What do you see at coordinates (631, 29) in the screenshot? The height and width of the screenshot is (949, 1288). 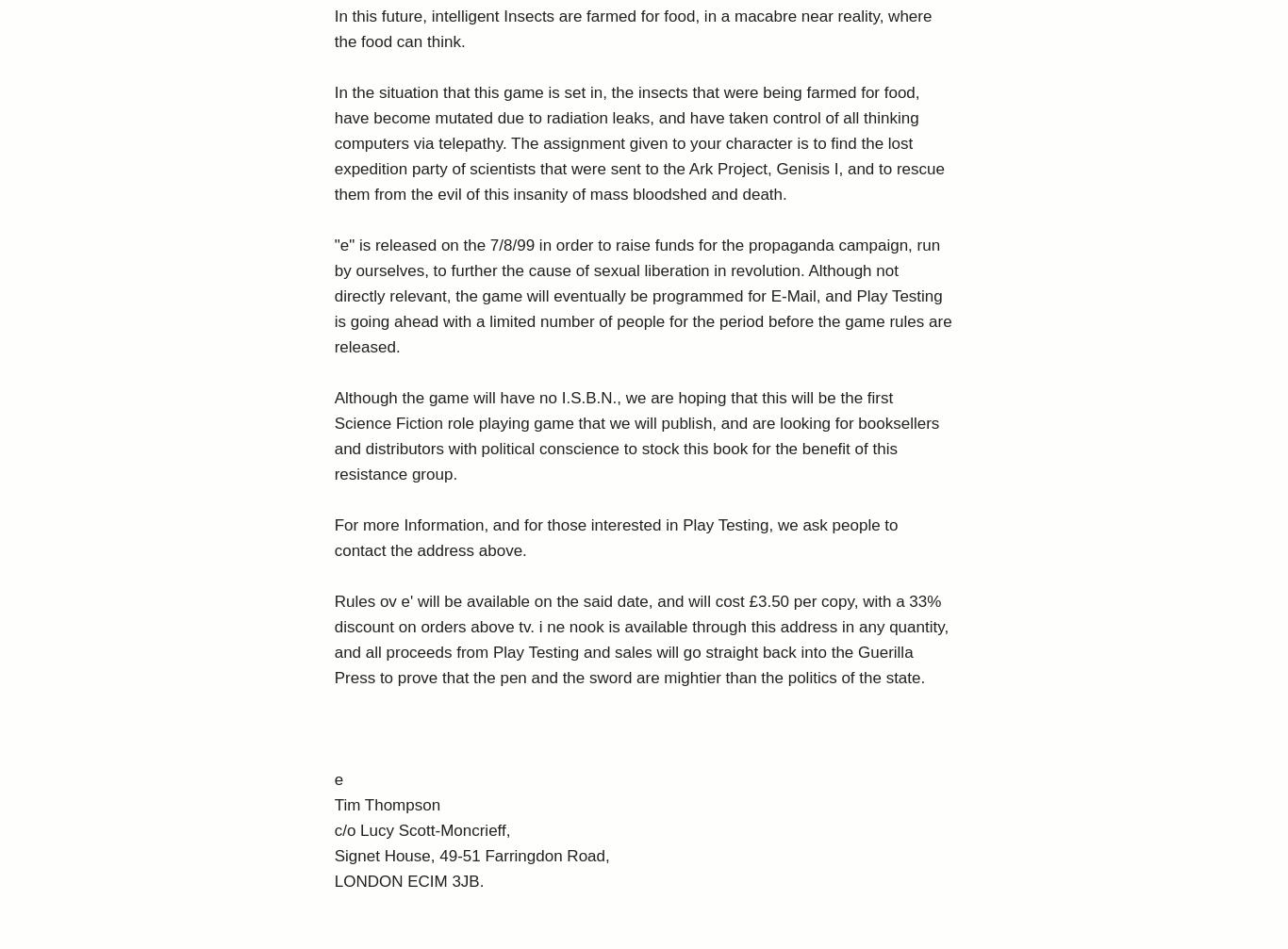 I see `'In this future, intelligent Insects are farmed for food, in a
        macabre near reality, where the food can think.'` at bounding box center [631, 29].